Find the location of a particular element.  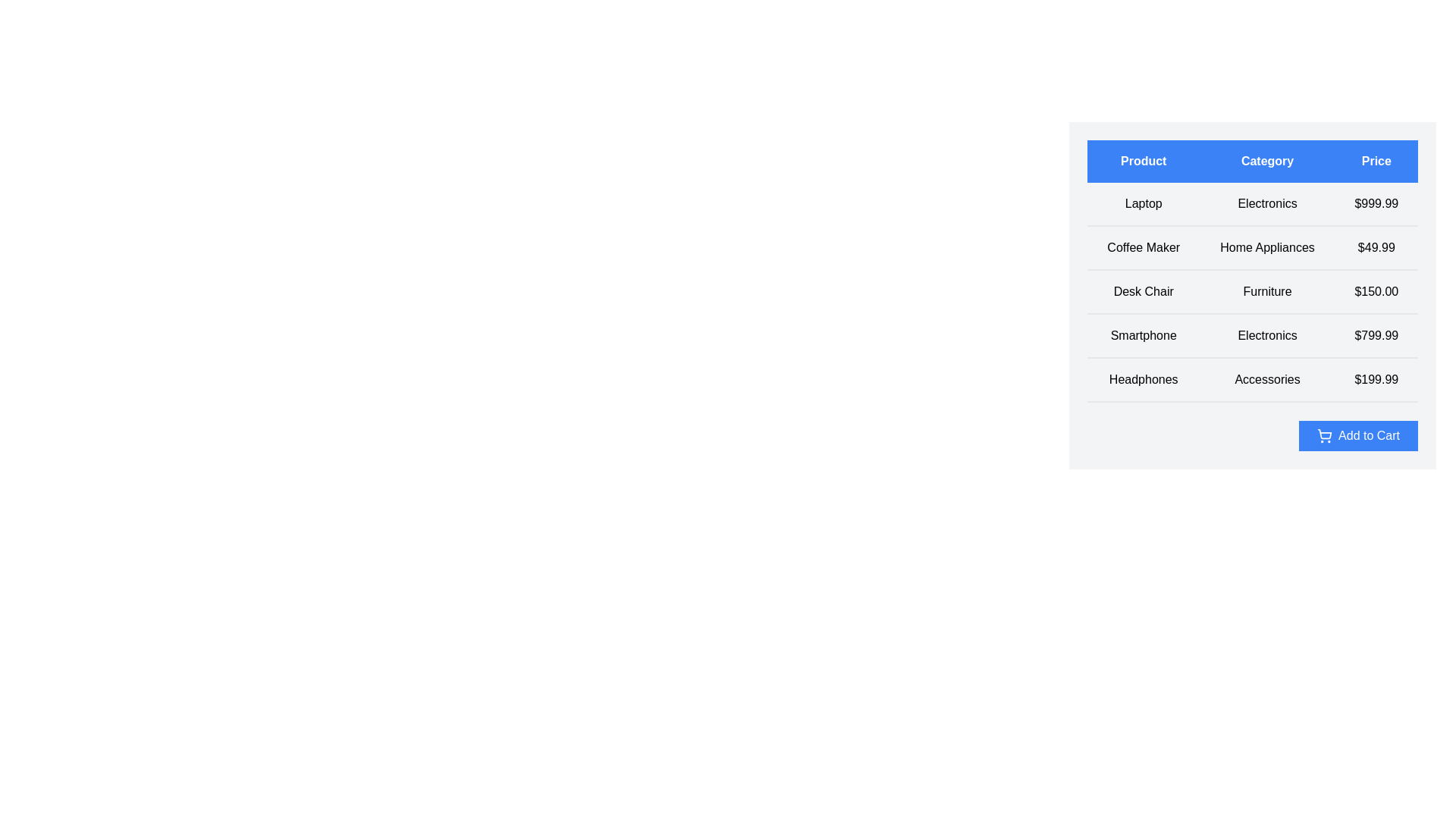

the 'Coffee Maker' label in the product listing table, which is the leftmost cell in the second row under the 'Product' heading is located at coordinates (1144, 247).